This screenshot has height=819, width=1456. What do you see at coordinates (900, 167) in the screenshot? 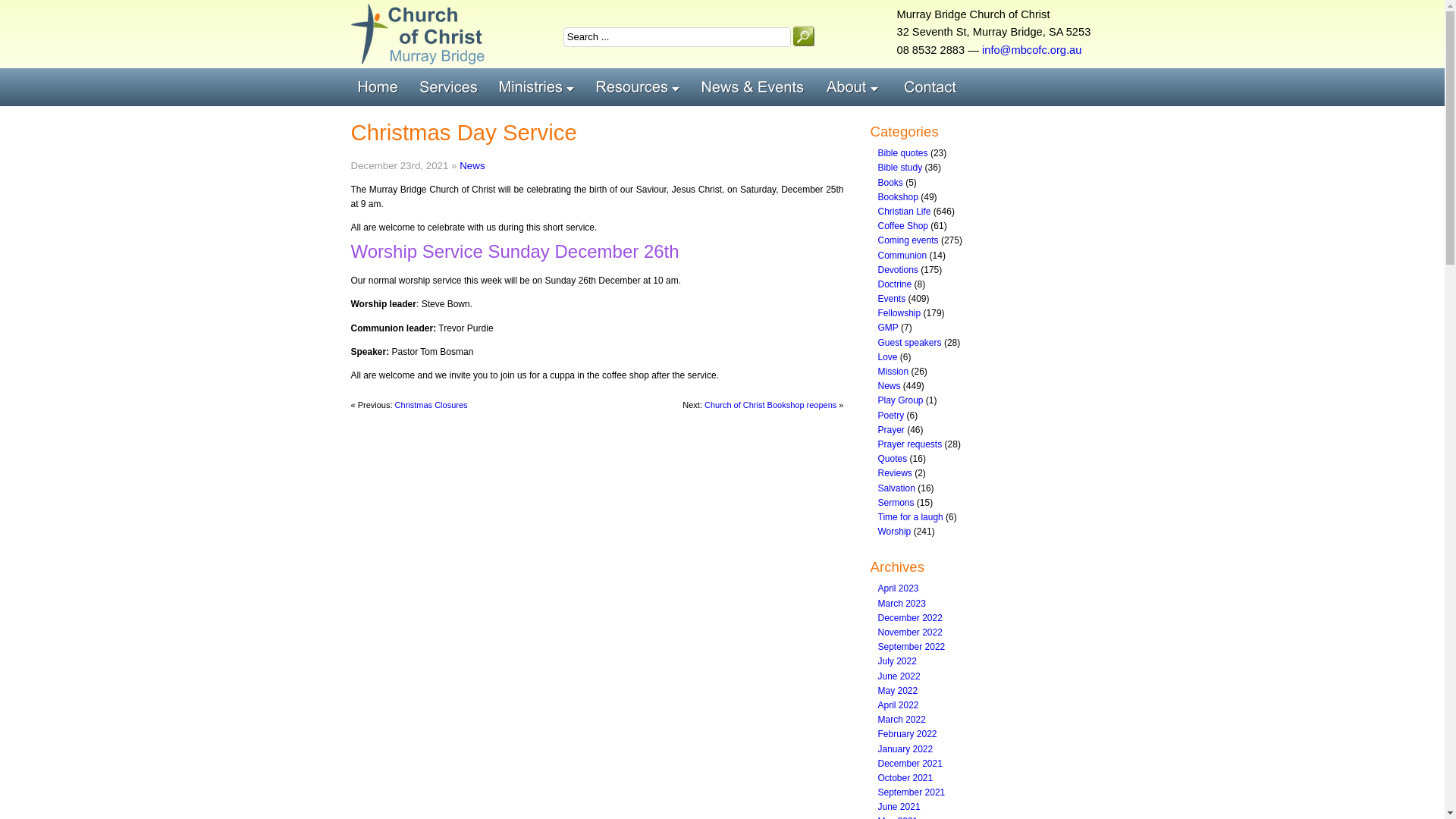
I see `'Bible study'` at bounding box center [900, 167].